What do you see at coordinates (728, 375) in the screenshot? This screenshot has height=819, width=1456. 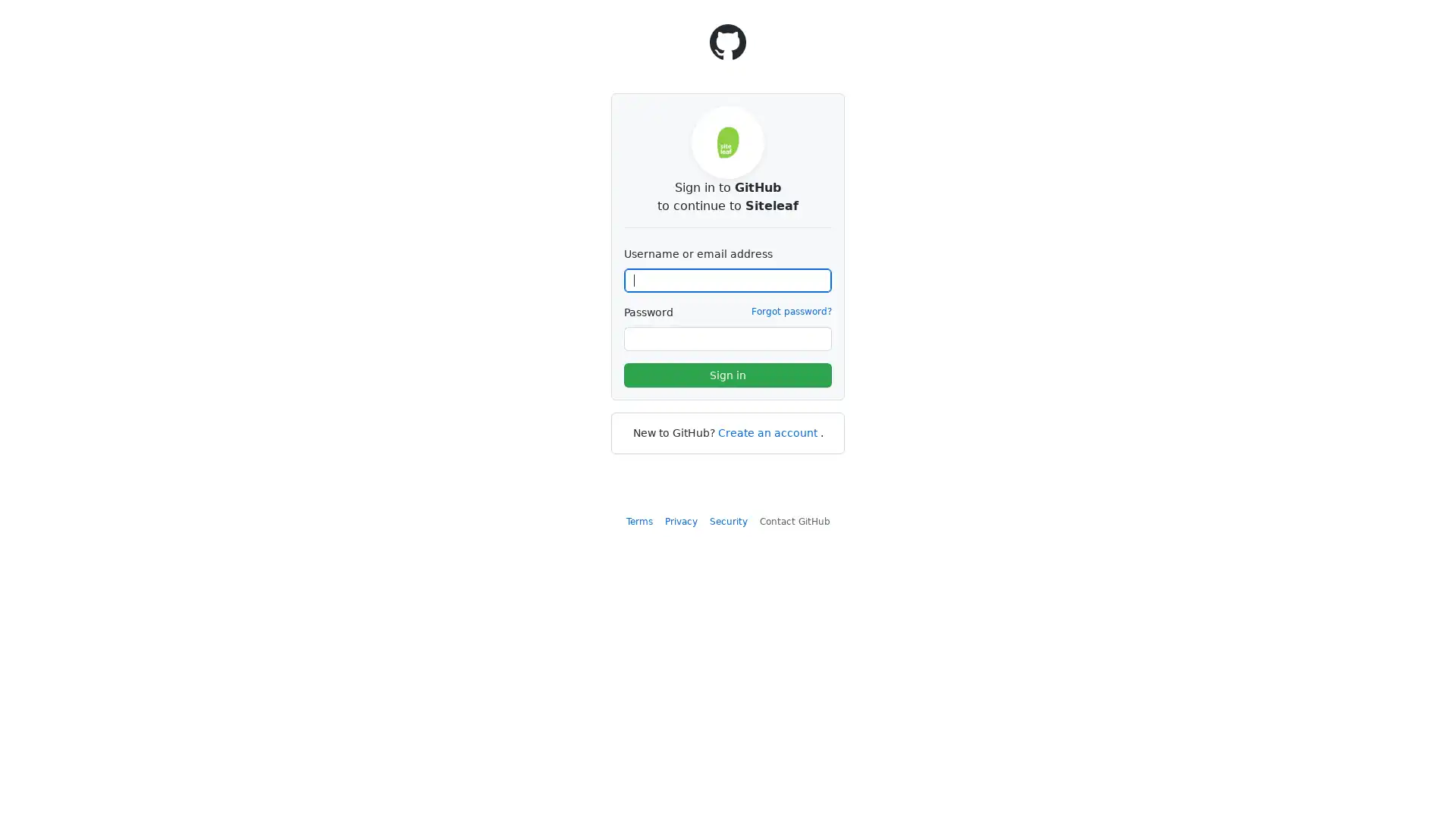 I see `Sign in` at bounding box center [728, 375].